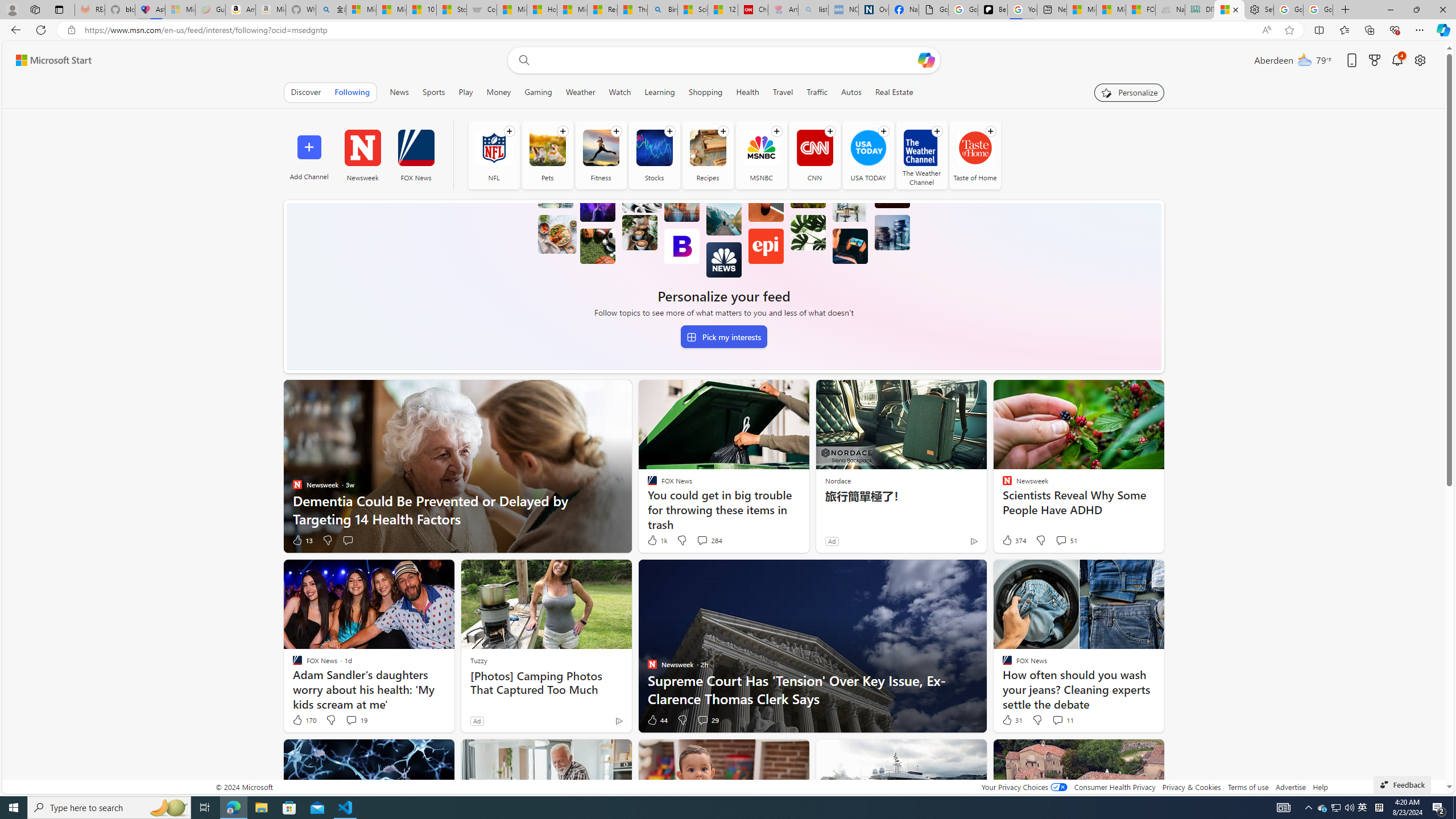 The height and width of the screenshot is (819, 1456). Describe the element at coordinates (1057, 719) in the screenshot. I see `'View comments 11 Comment'` at that location.